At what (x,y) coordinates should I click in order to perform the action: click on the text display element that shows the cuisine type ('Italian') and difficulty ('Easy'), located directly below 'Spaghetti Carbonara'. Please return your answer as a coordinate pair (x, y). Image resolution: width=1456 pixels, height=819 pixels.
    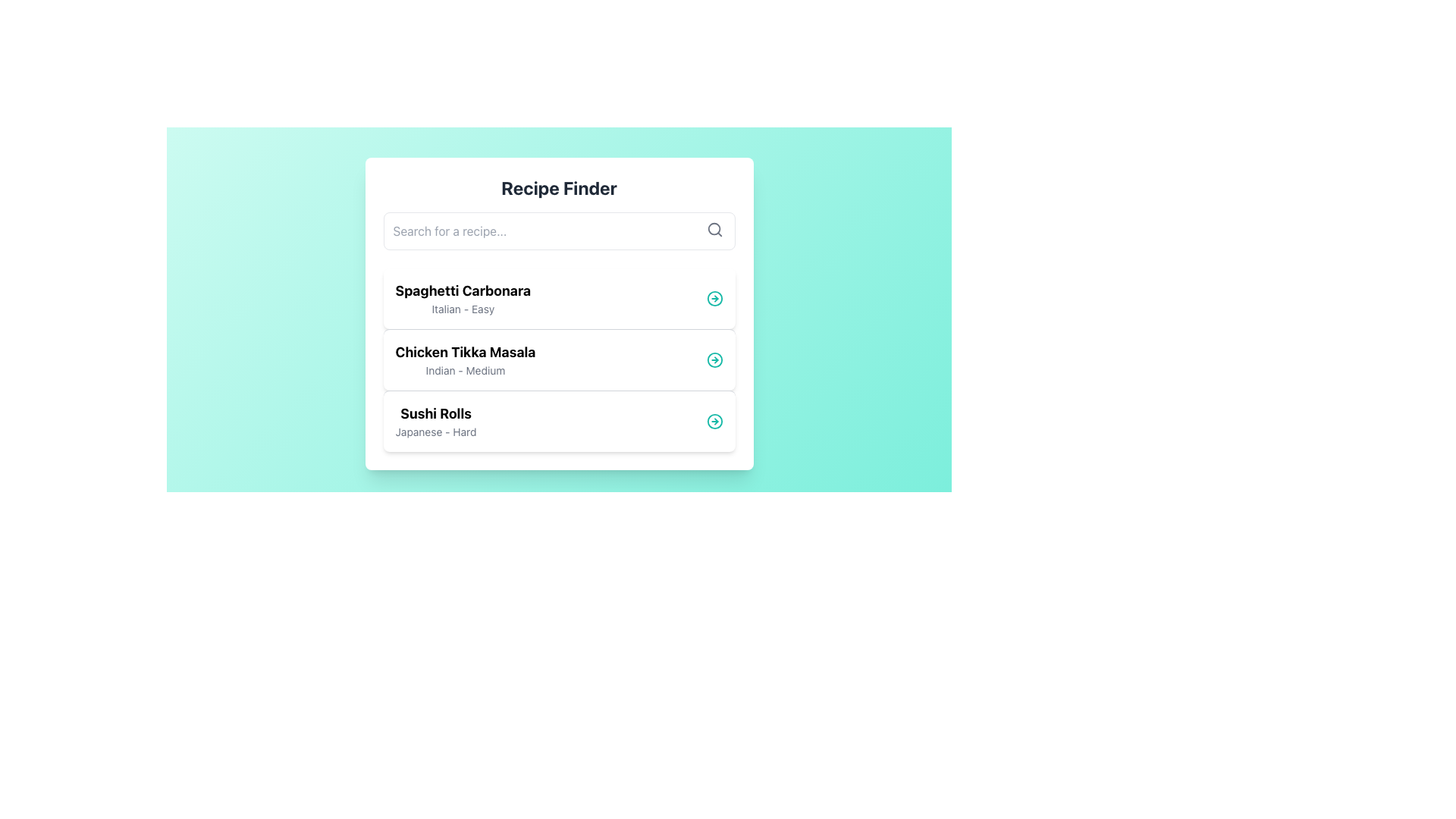
    Looking at the image, I should click on (462, 309).